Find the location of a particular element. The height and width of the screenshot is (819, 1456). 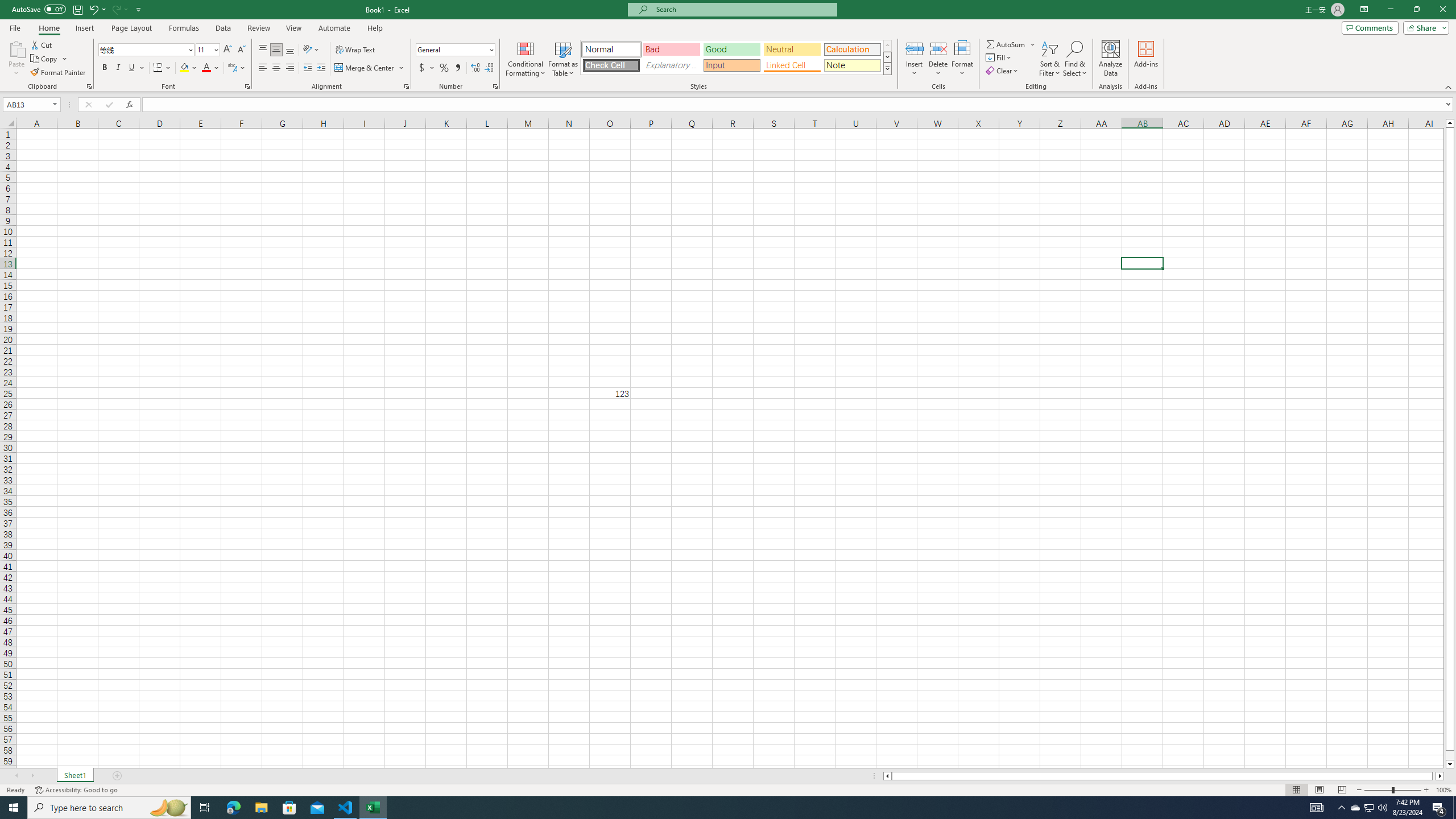

'Sort & Filter' is located at coordinates (1049, 59).